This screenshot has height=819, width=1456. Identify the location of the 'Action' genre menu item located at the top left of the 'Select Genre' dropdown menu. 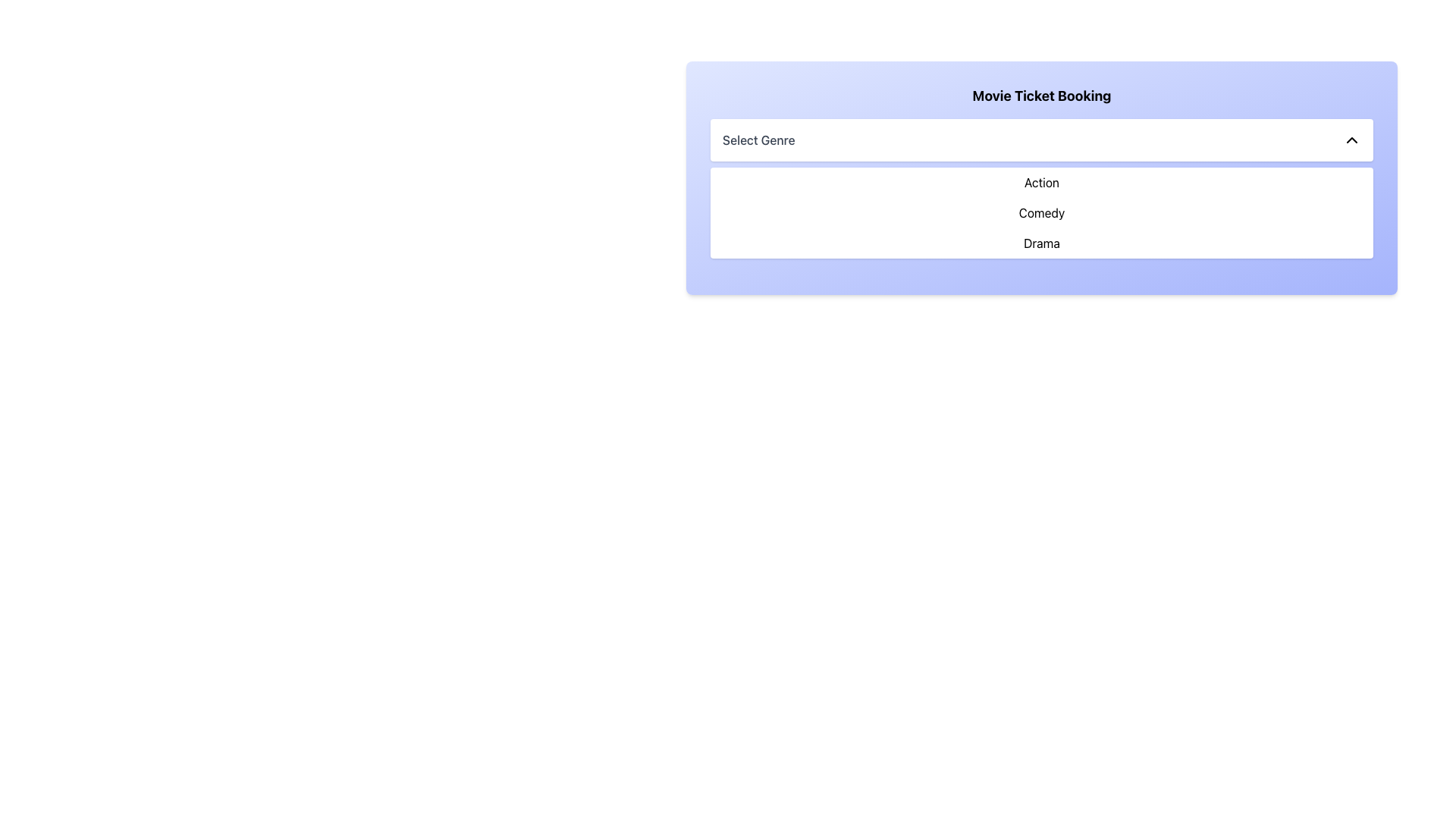
(1040, 181).